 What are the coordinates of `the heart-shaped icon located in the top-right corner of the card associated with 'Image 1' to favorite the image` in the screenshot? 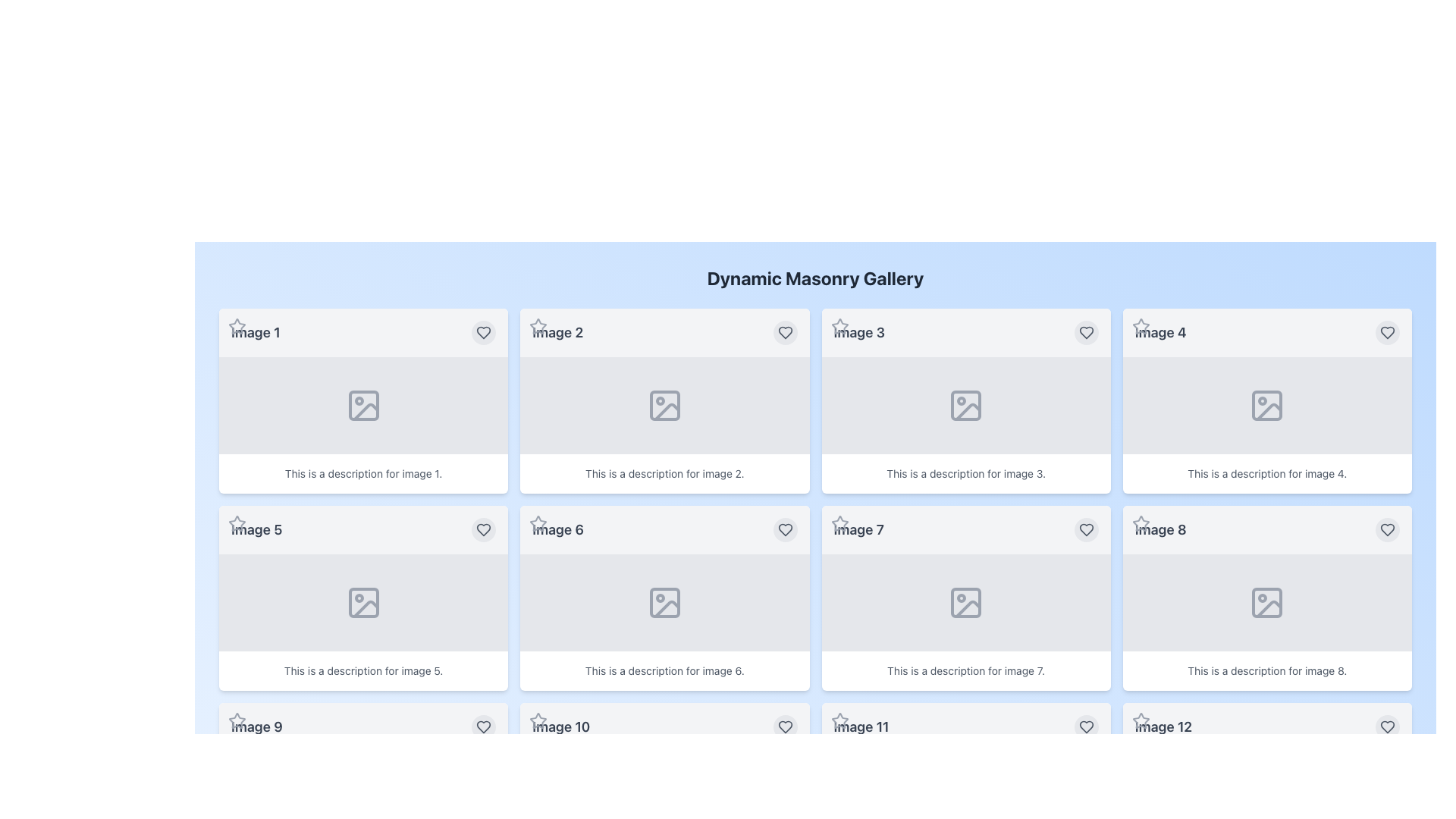 It's located at (483, 332).